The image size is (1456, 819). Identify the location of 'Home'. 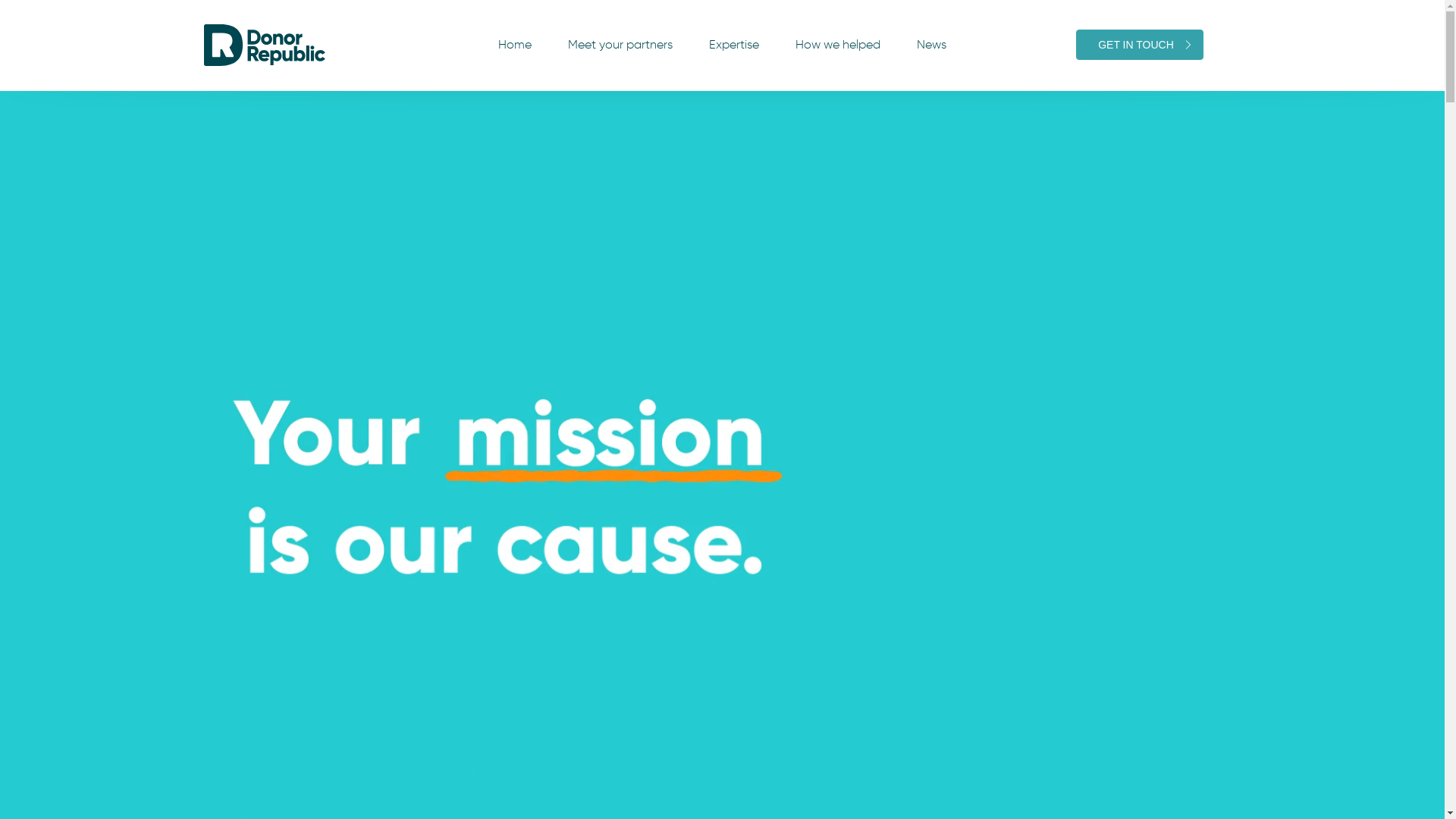
(514, 43).